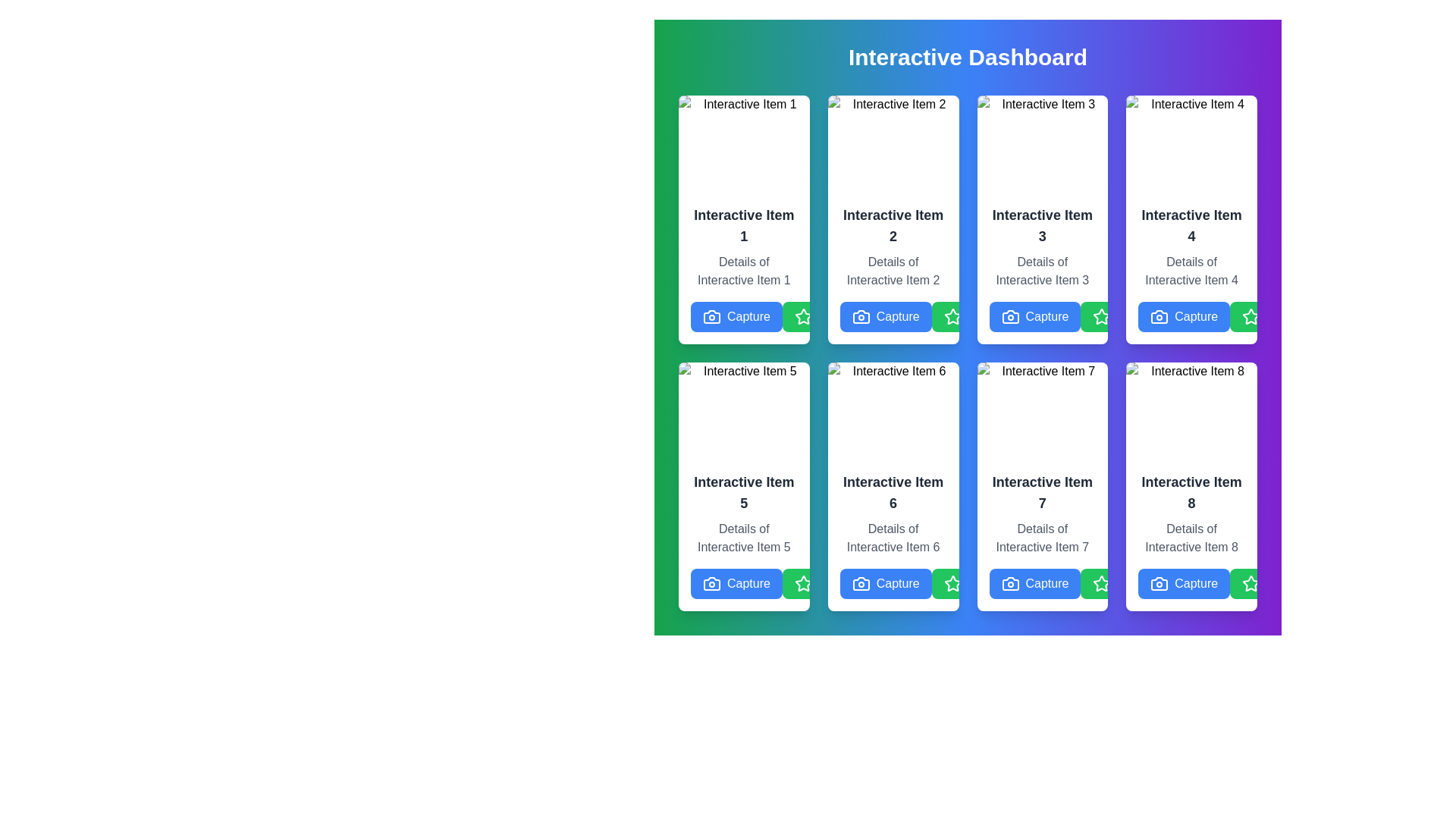 The height and width of the screenshot is (819, 1456). I want to click on the heart icon located at the bottom-right corner of the 'Interactive Item 6' card, so click(896, 583).